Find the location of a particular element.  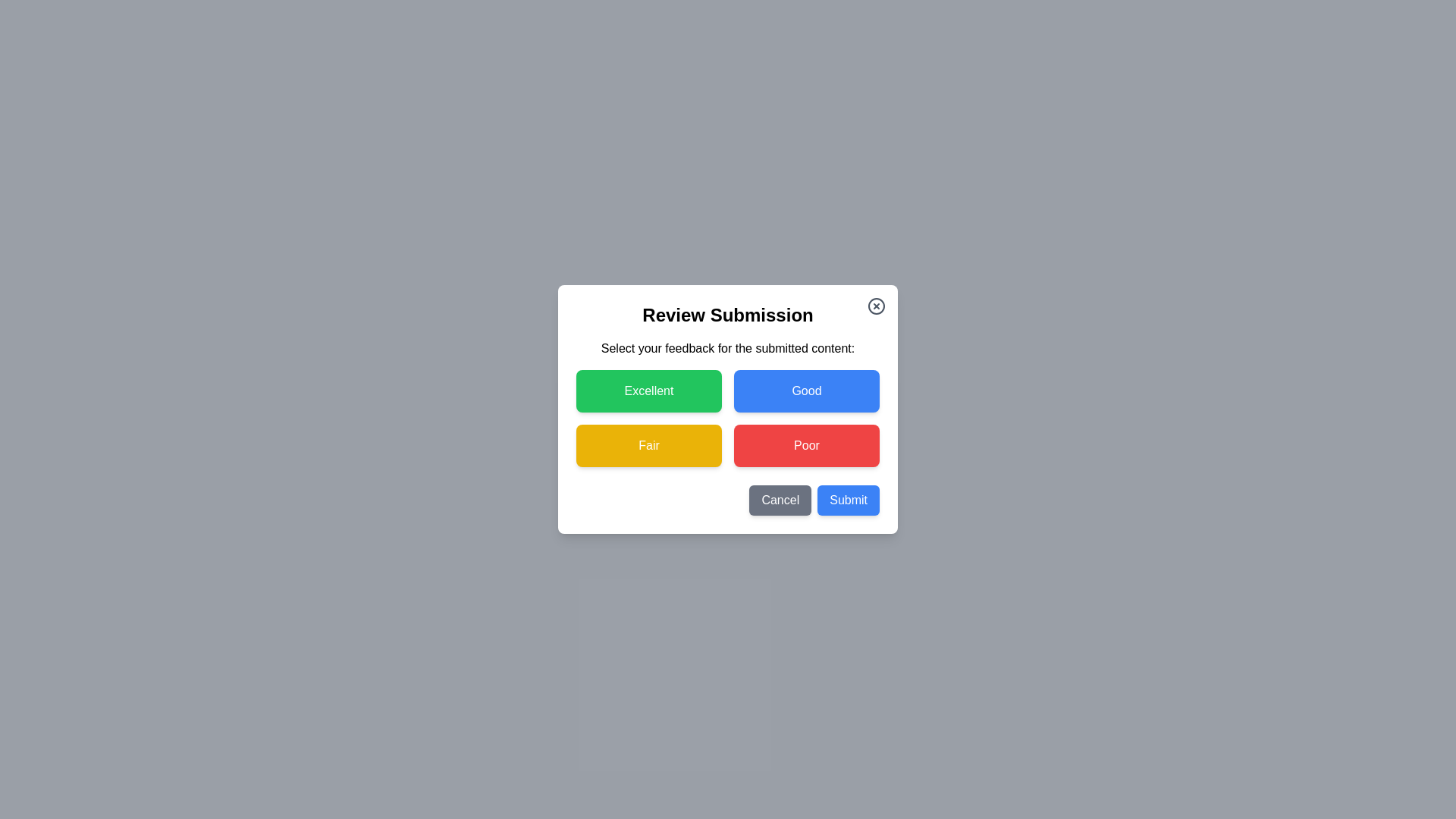

the close button in the top-right corner of the dialog to close it is located at coordinates (877, 306).